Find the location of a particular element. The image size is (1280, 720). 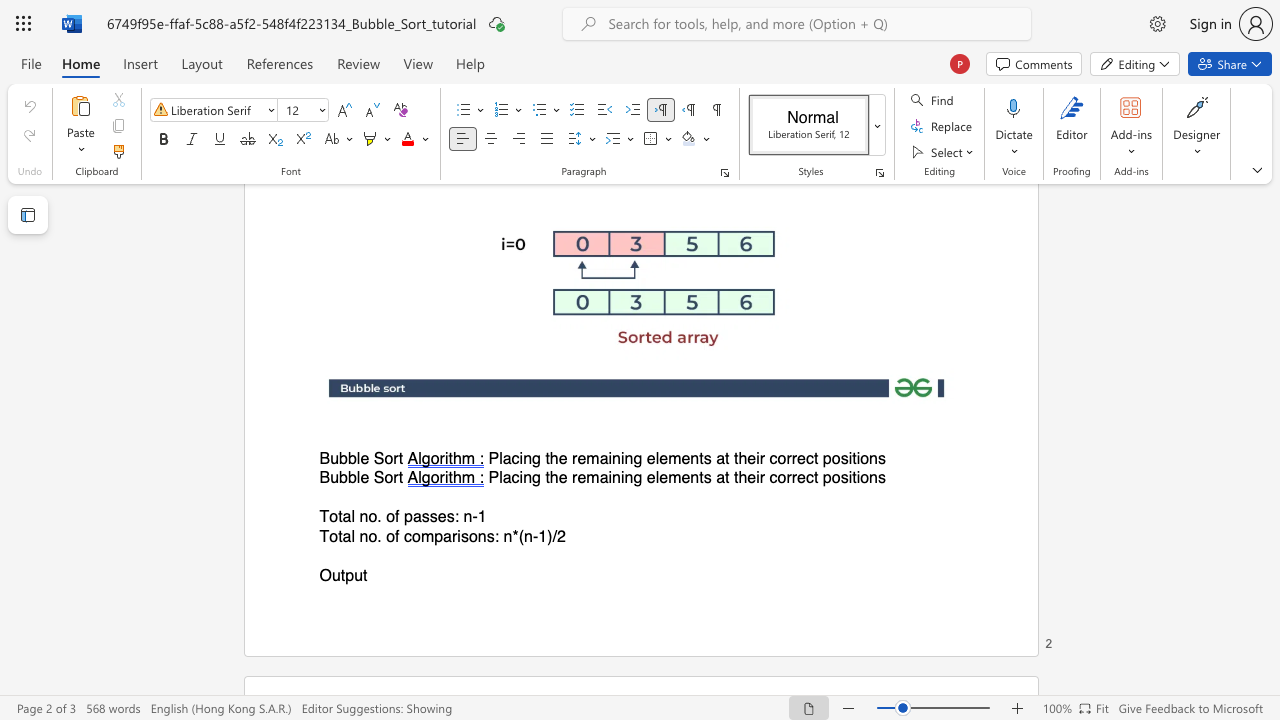

the space between the continuous character "n" and "*" in the text is located at coordinates (511, 535).